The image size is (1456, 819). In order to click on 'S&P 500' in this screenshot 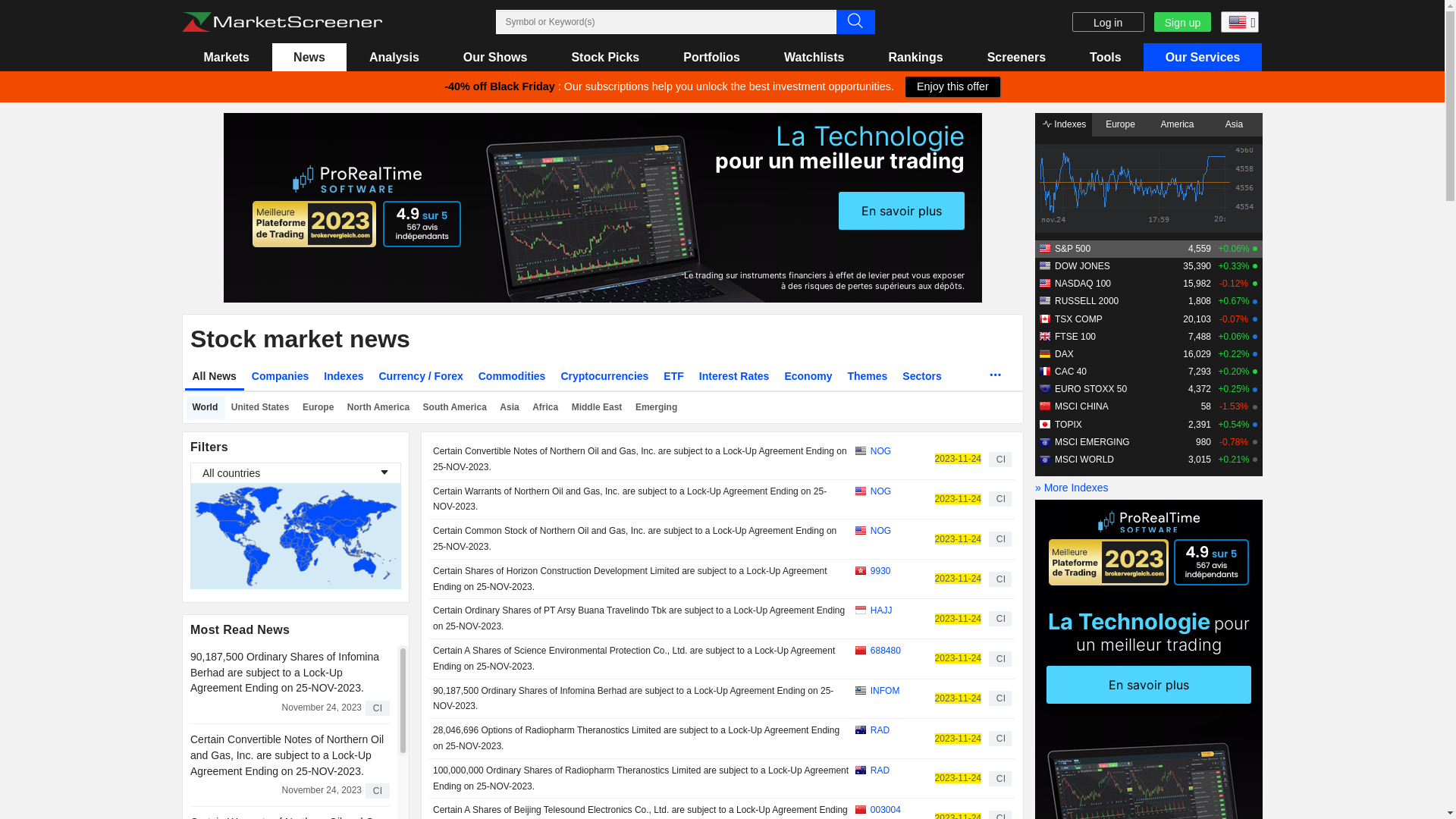, I will do `click(1072, 247)`.